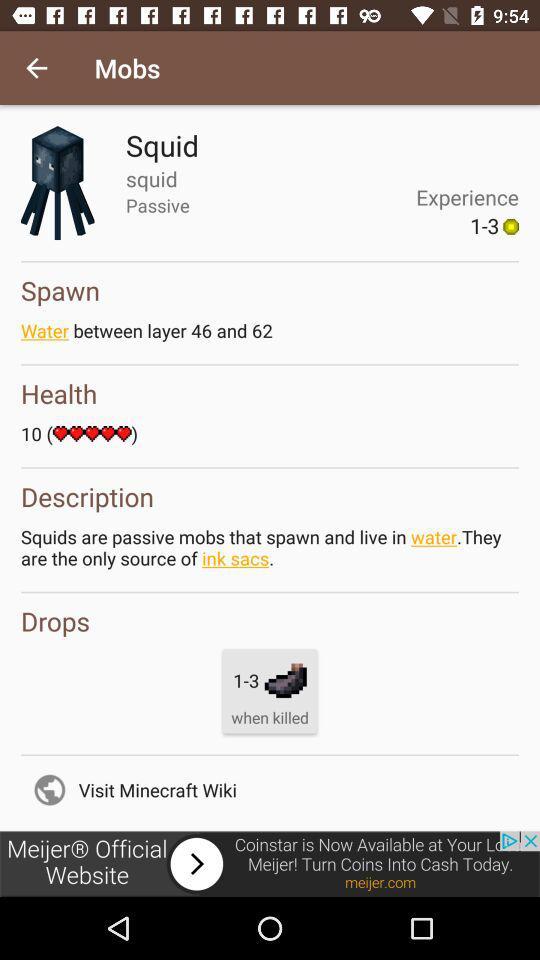  Describe the element at coordinates (270, 863) in the screenshot. I see `the picture` at that location.